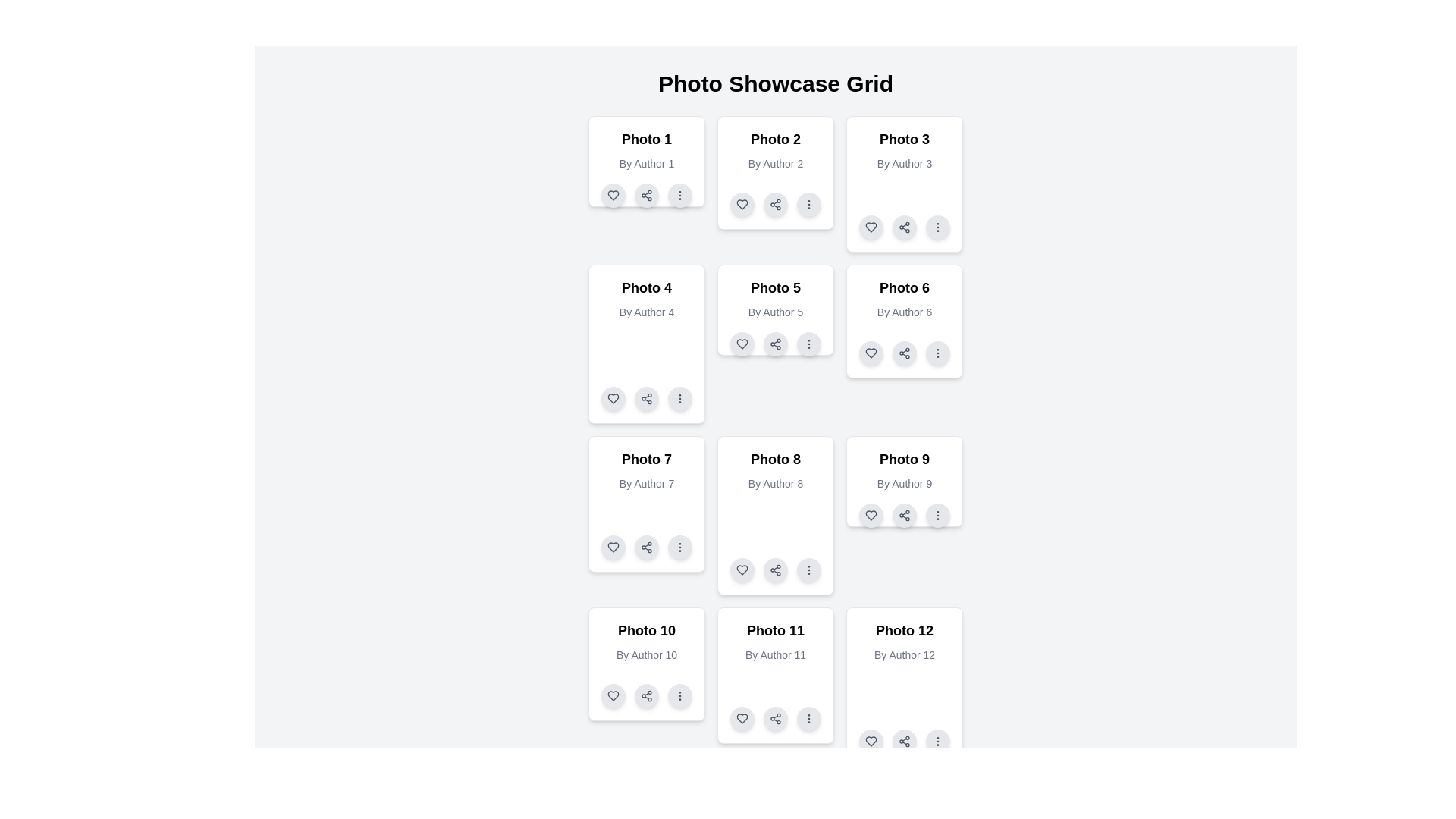 This screenshot has height=819, width=1456. Describe the element at coordinates (647, 547) in the screenshot. I see `the share button, represented as three interconnected circles in gray, located at the bottom center of the card for 'Photo 7', to initiate sharing options` at that location.